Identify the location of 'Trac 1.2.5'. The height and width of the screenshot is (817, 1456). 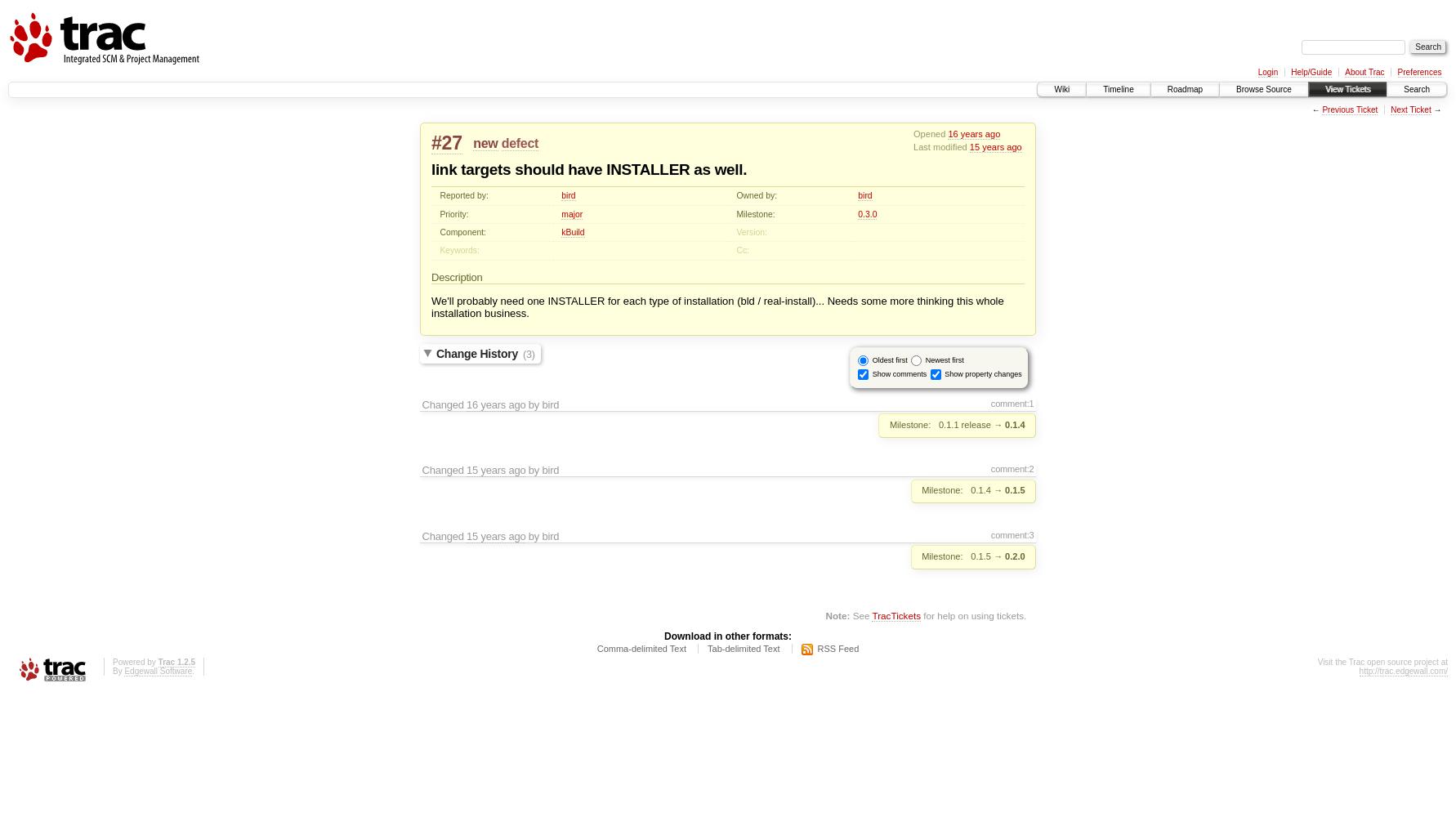
(176, 662).